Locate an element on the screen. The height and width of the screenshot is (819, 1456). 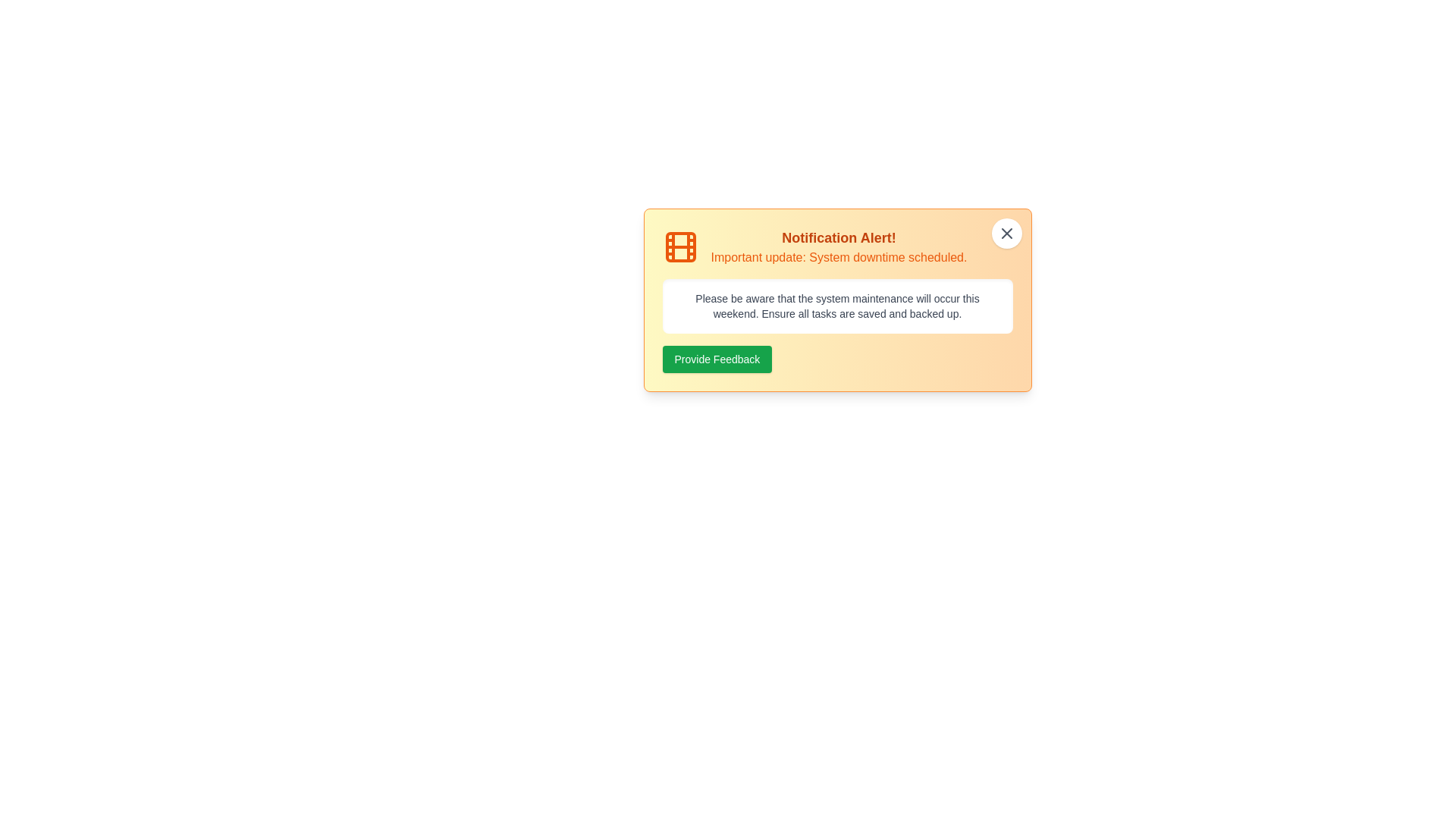
the 'Provide Feedback' button is located at coordinates (716, 359).